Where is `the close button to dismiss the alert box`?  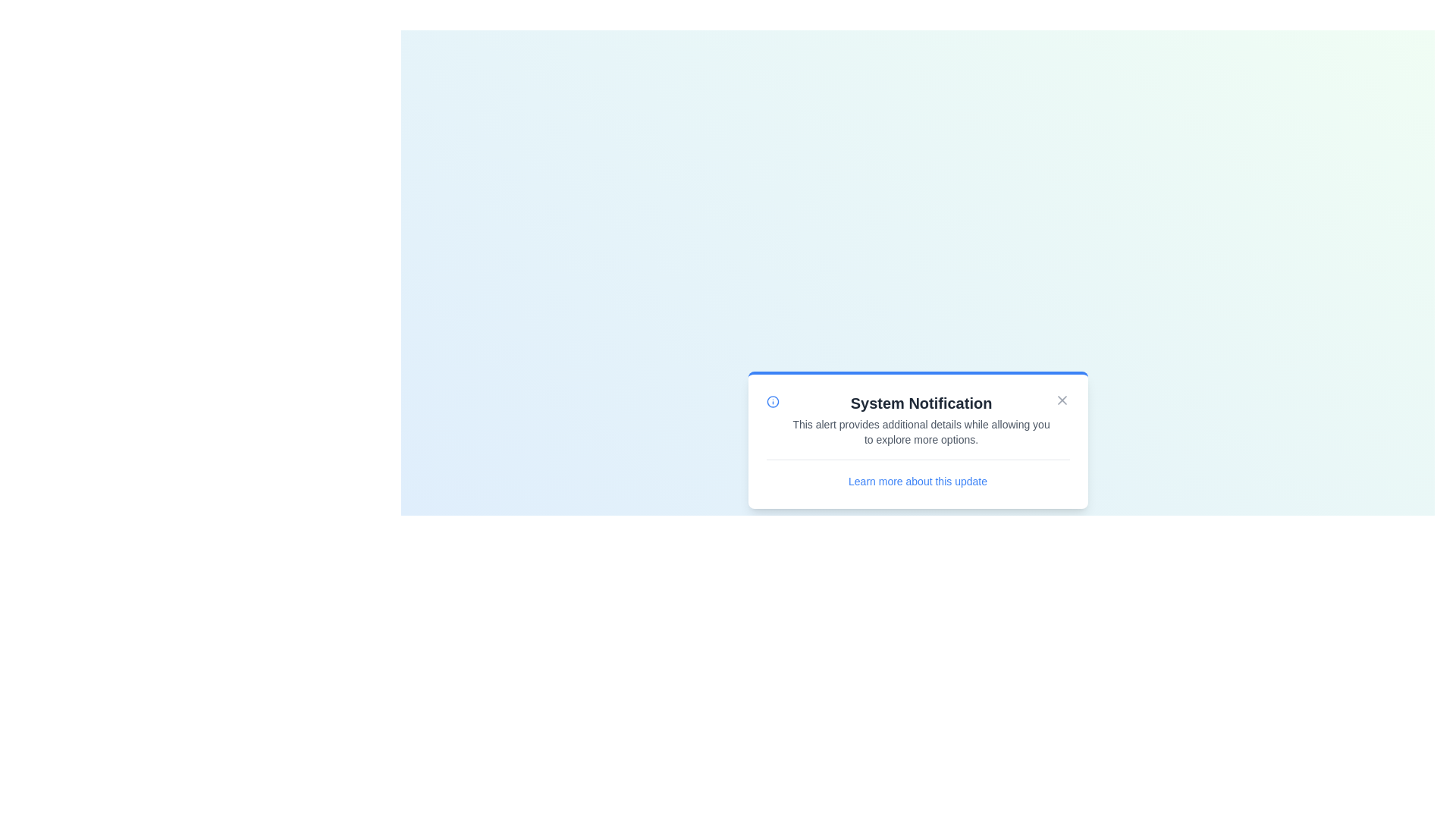
the close button to dismiss the alert box is located at coordinates (1061, 399).